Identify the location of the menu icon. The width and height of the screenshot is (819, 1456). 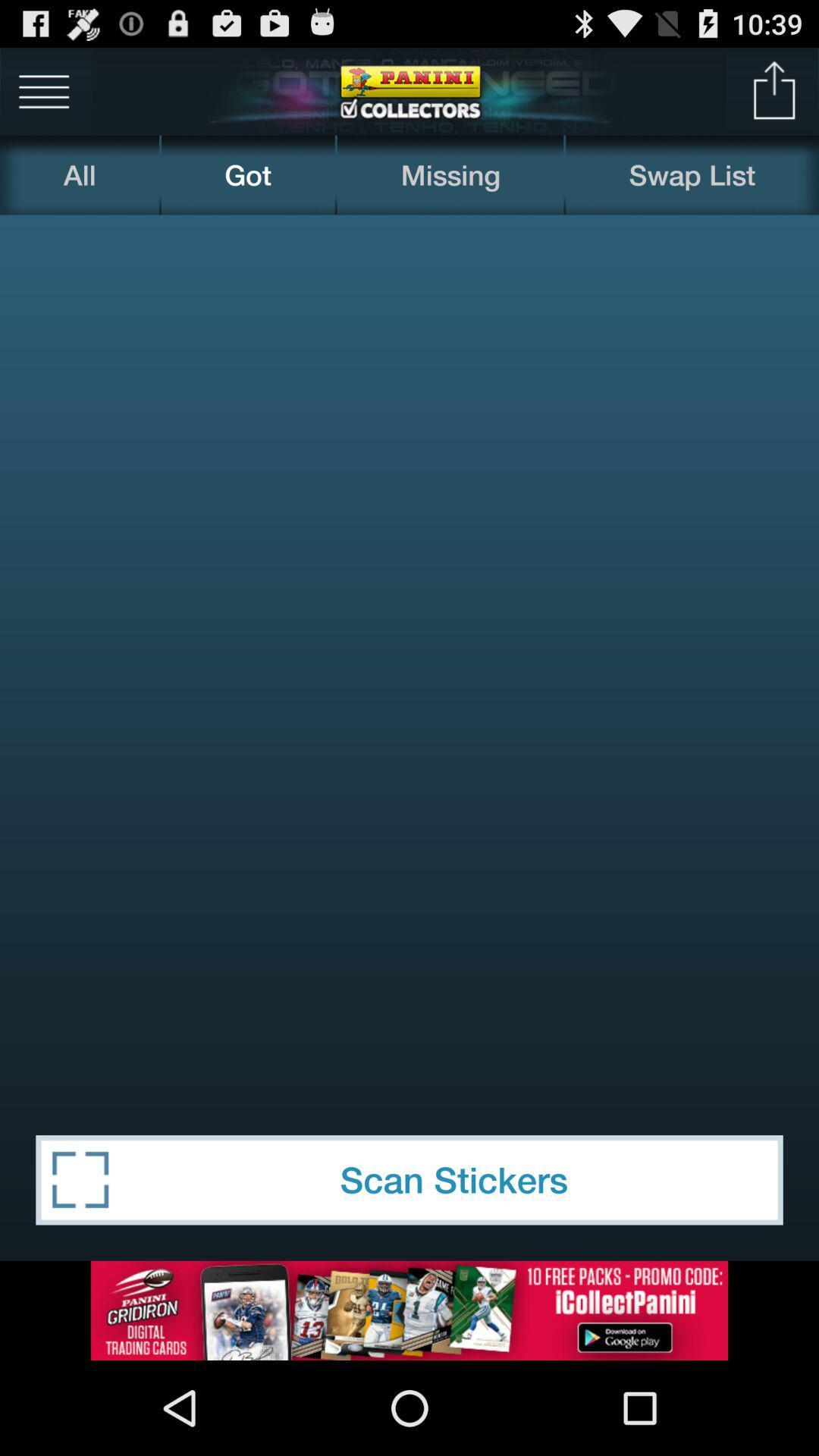
(43, 96).